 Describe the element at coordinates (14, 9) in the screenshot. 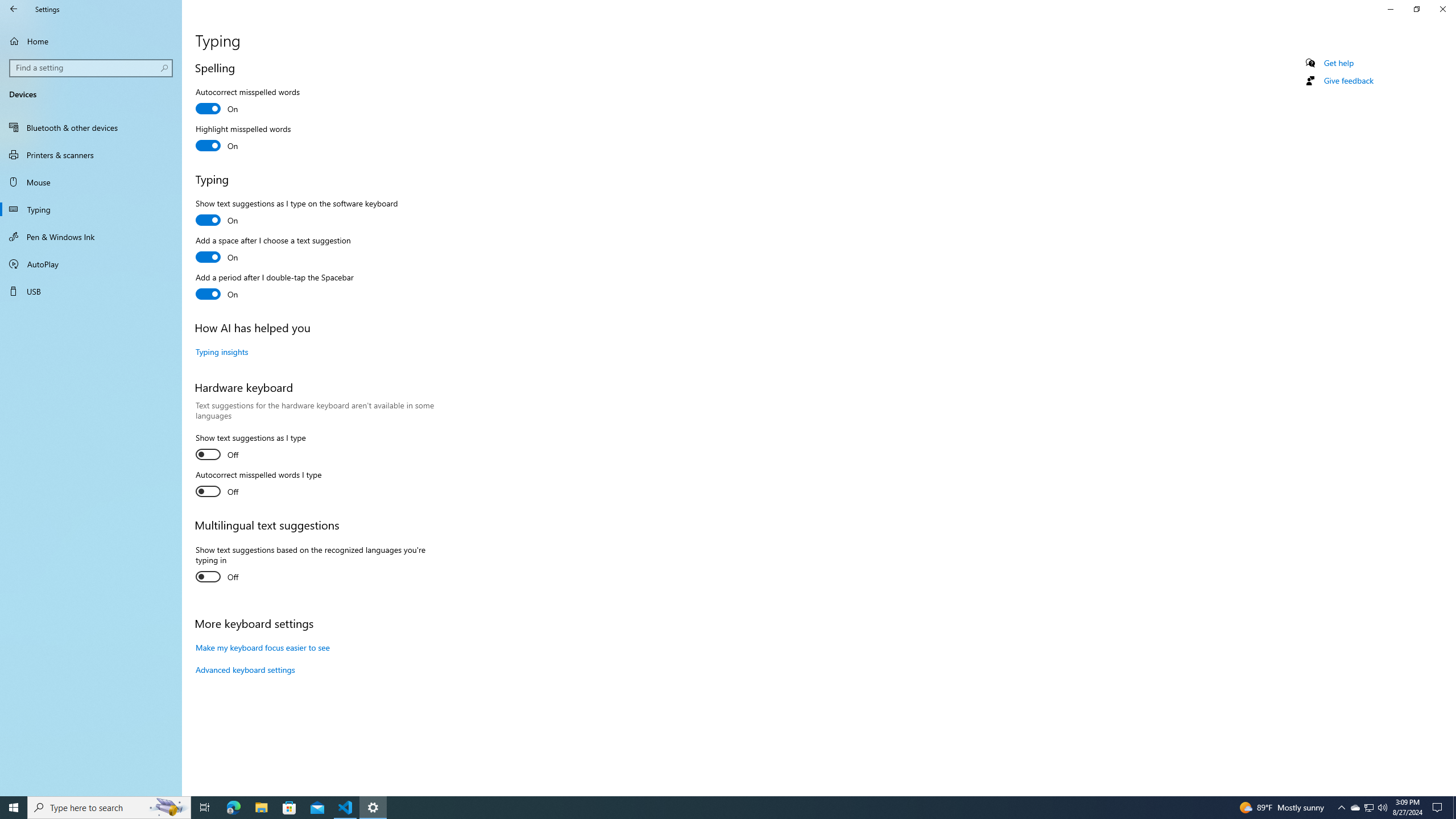

I see `'Back'` at that location.